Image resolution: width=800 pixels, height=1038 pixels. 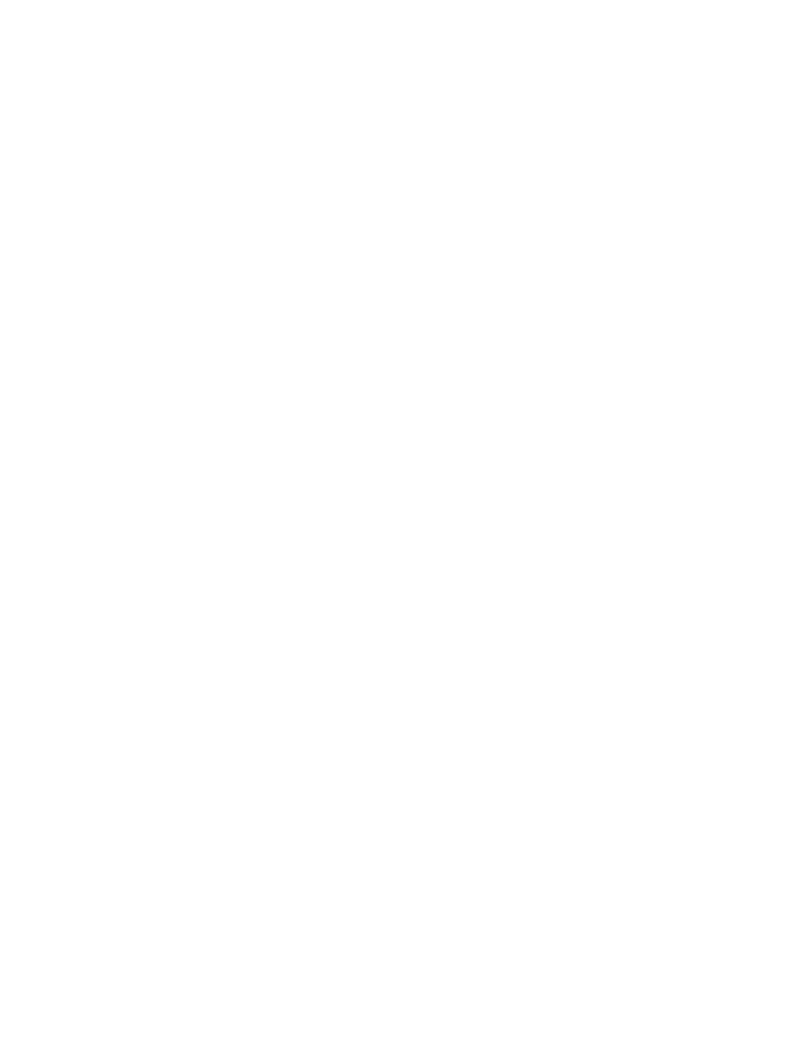 I want to click on 'Reddit', so click(x=542, y=1017).